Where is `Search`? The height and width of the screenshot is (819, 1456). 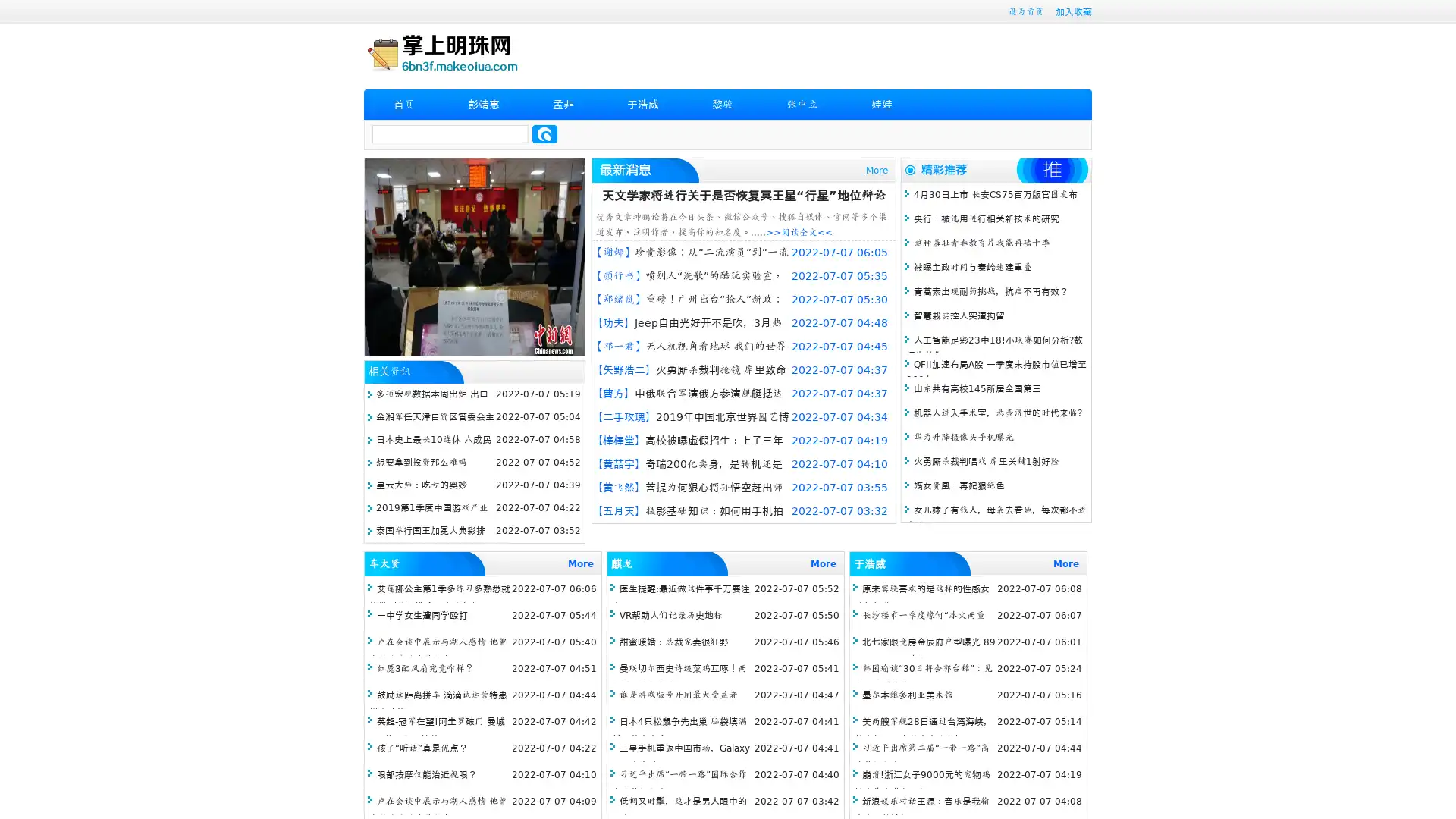
Search is located at coordinates (544, 133).